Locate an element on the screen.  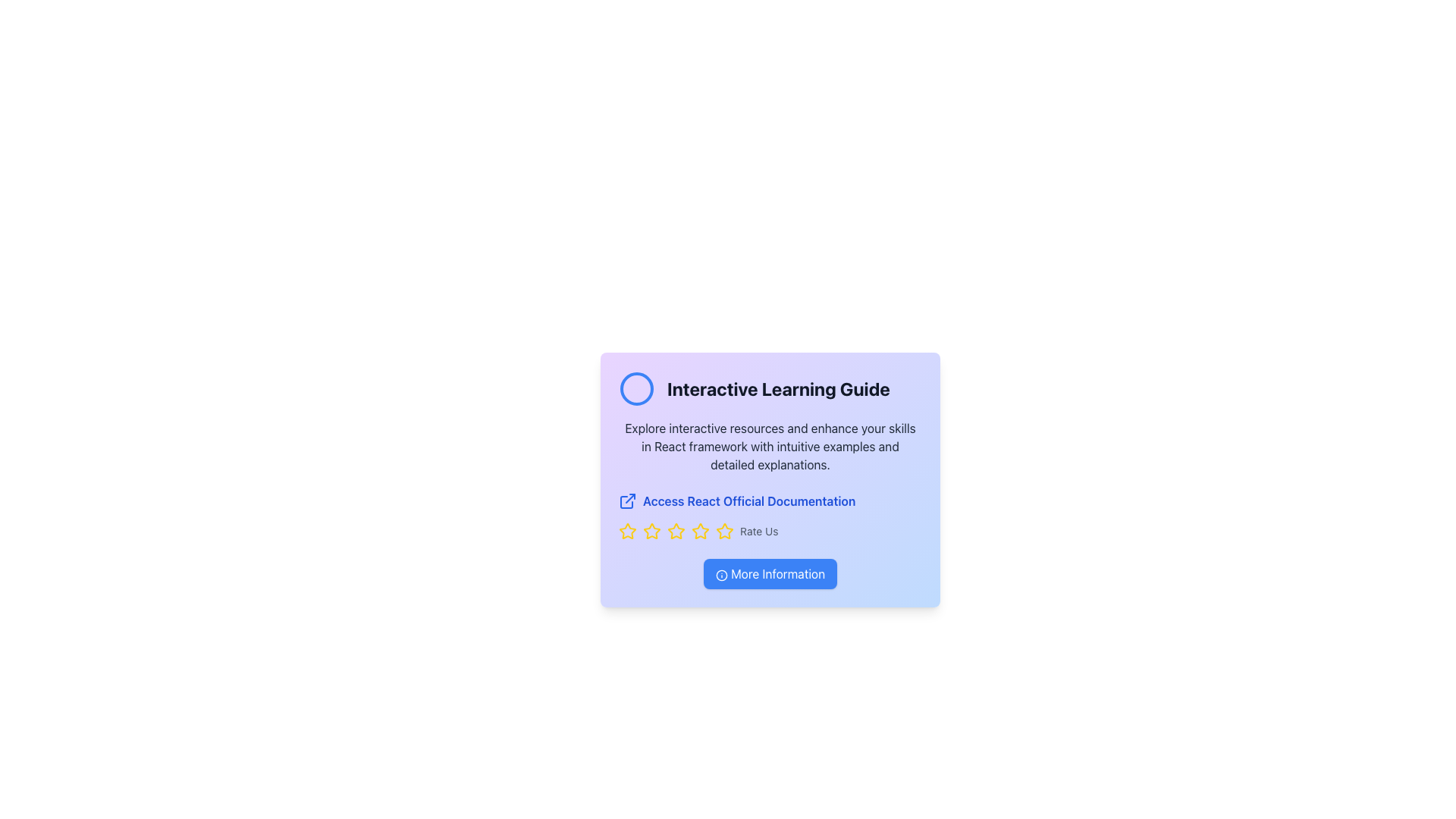
the second yellow hollow star icon used for the rating system located beneath the 'Rate Us' text is located at coordinates (651, 530).